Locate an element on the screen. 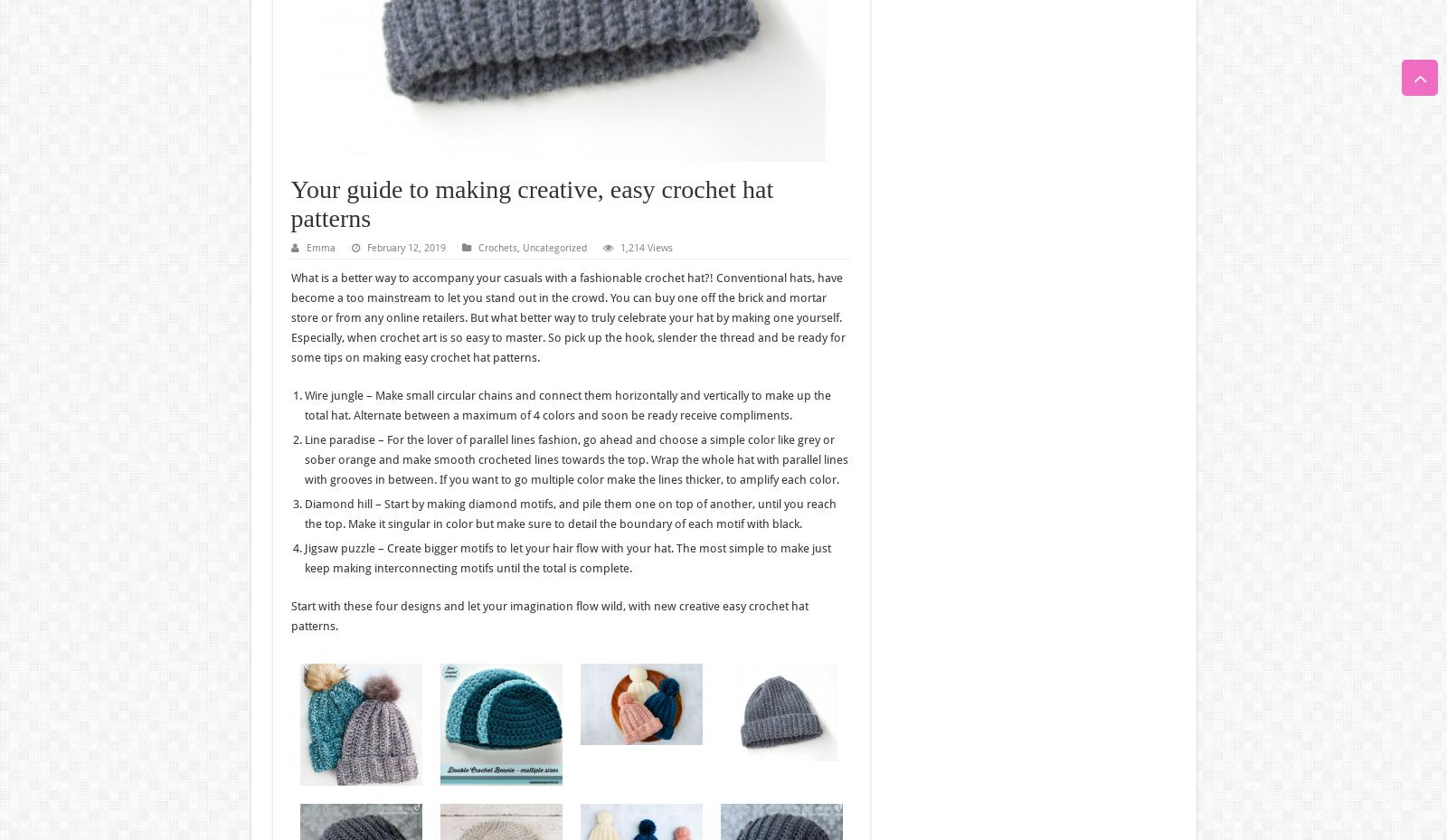  '1,214 Views' is located at coordinates (645, 247).